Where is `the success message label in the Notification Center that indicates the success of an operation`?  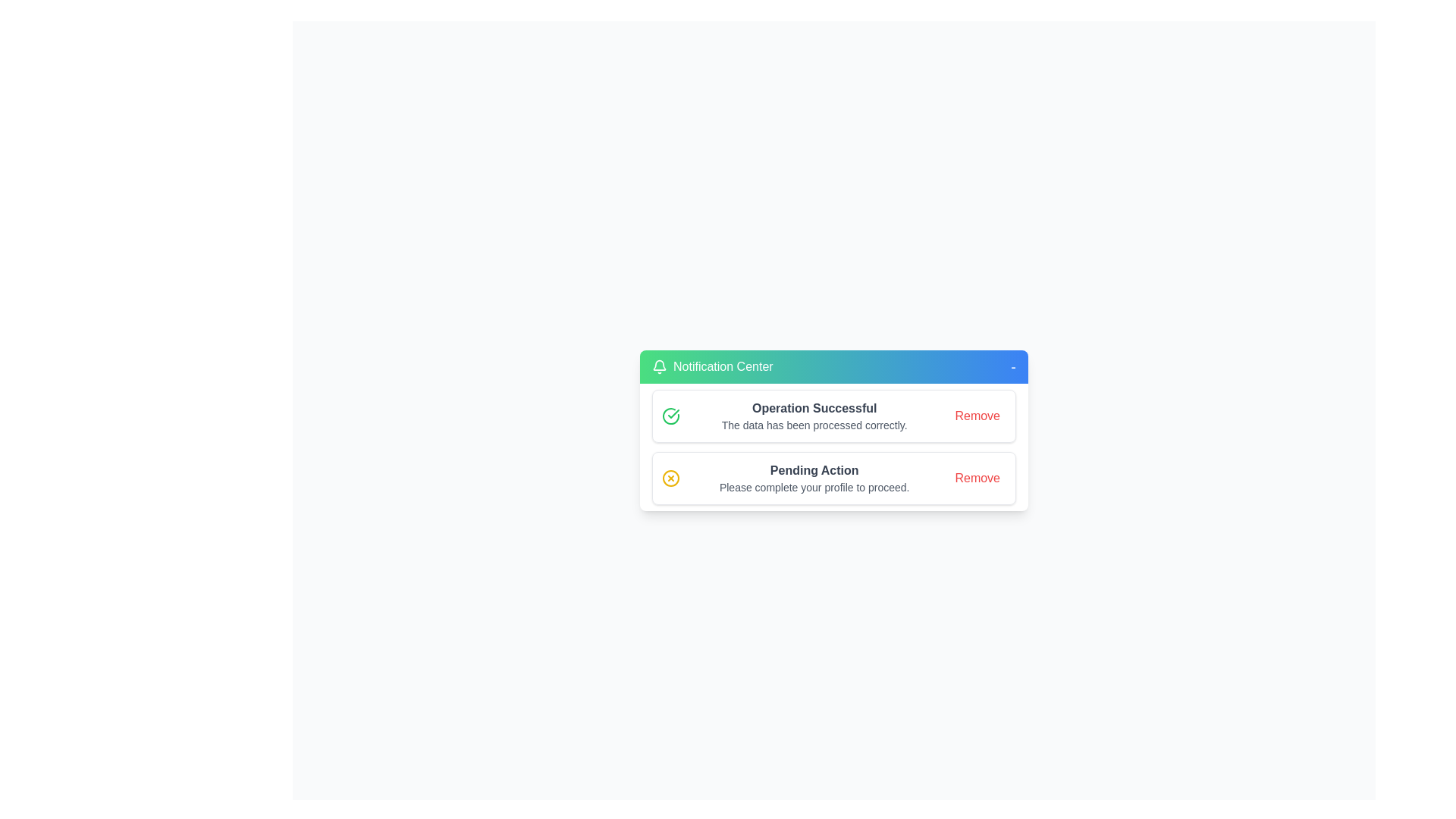 the success message label in the Notification Center that indicates the success of an operation is located at coordinates (814, 408).